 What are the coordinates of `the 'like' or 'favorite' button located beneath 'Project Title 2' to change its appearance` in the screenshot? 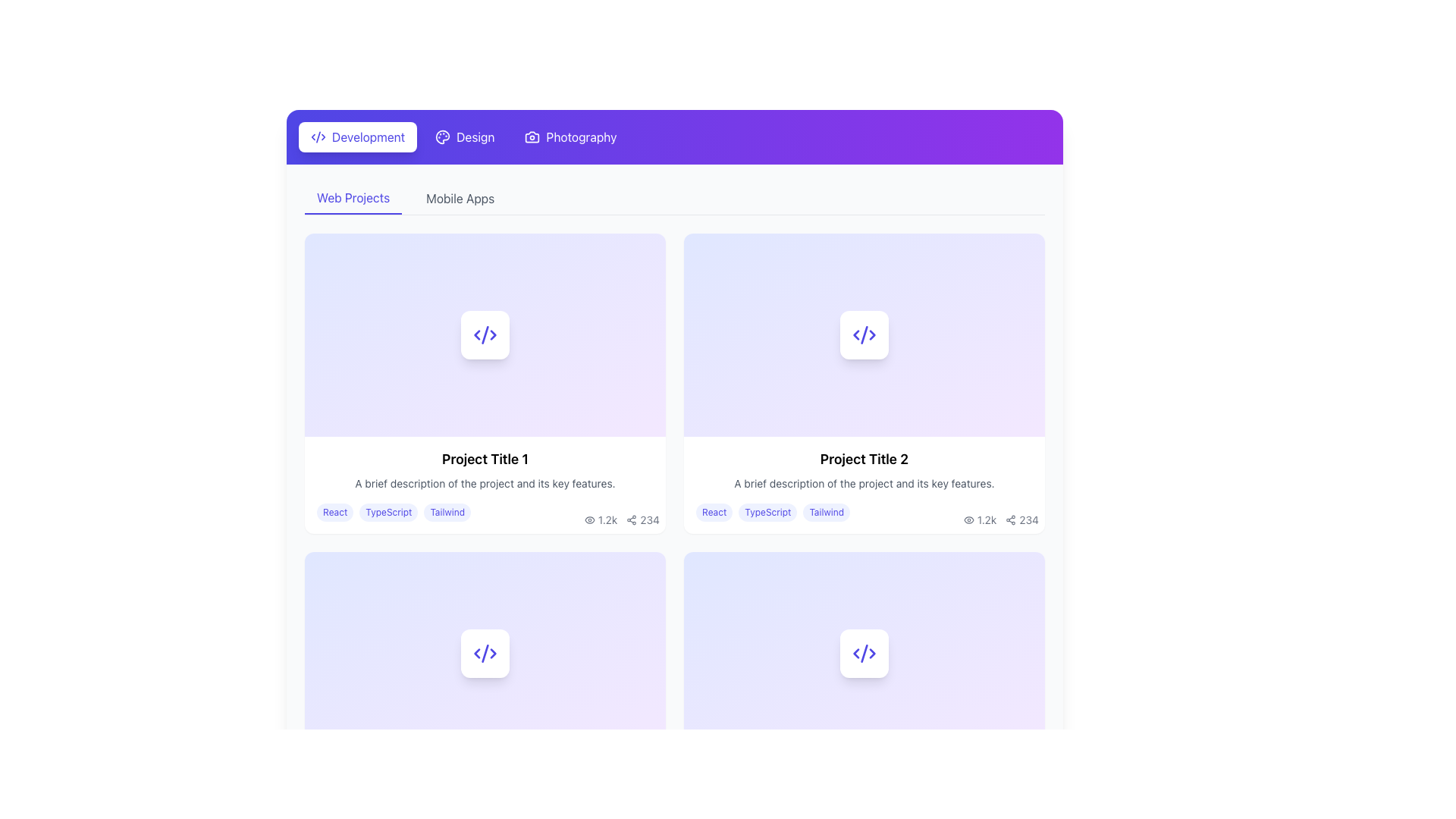 It's located at (648, 570).